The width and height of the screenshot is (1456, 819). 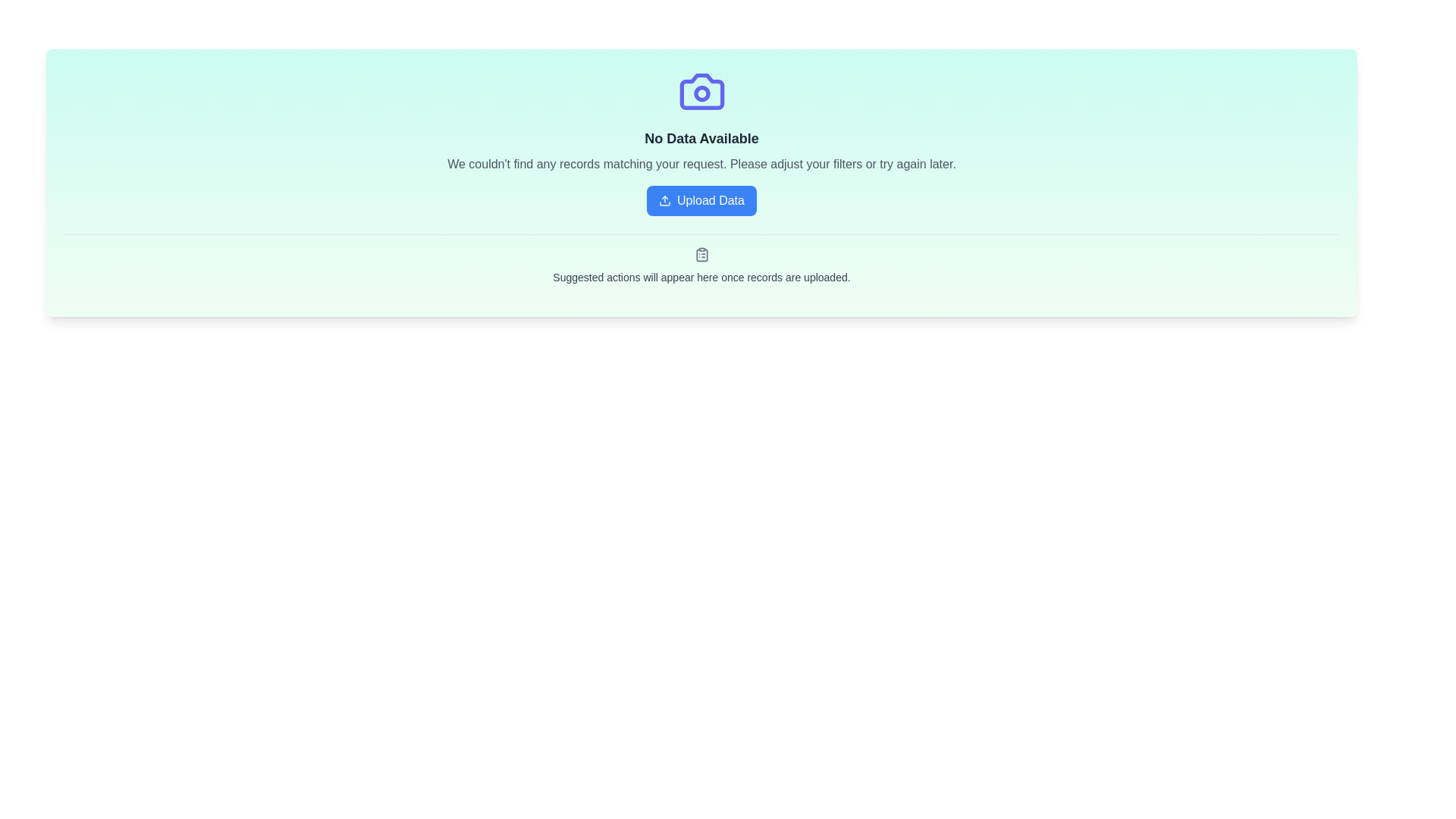 What do you see at coordinates (701, 200) in the screenshot?
I see `the button located below the message 'We couldn't find any records matching your request. Please adjust your filters or try again later.' and above the text 'Suggested actions will appear here once records are uploaded.'` at bounding box center [701, 200].